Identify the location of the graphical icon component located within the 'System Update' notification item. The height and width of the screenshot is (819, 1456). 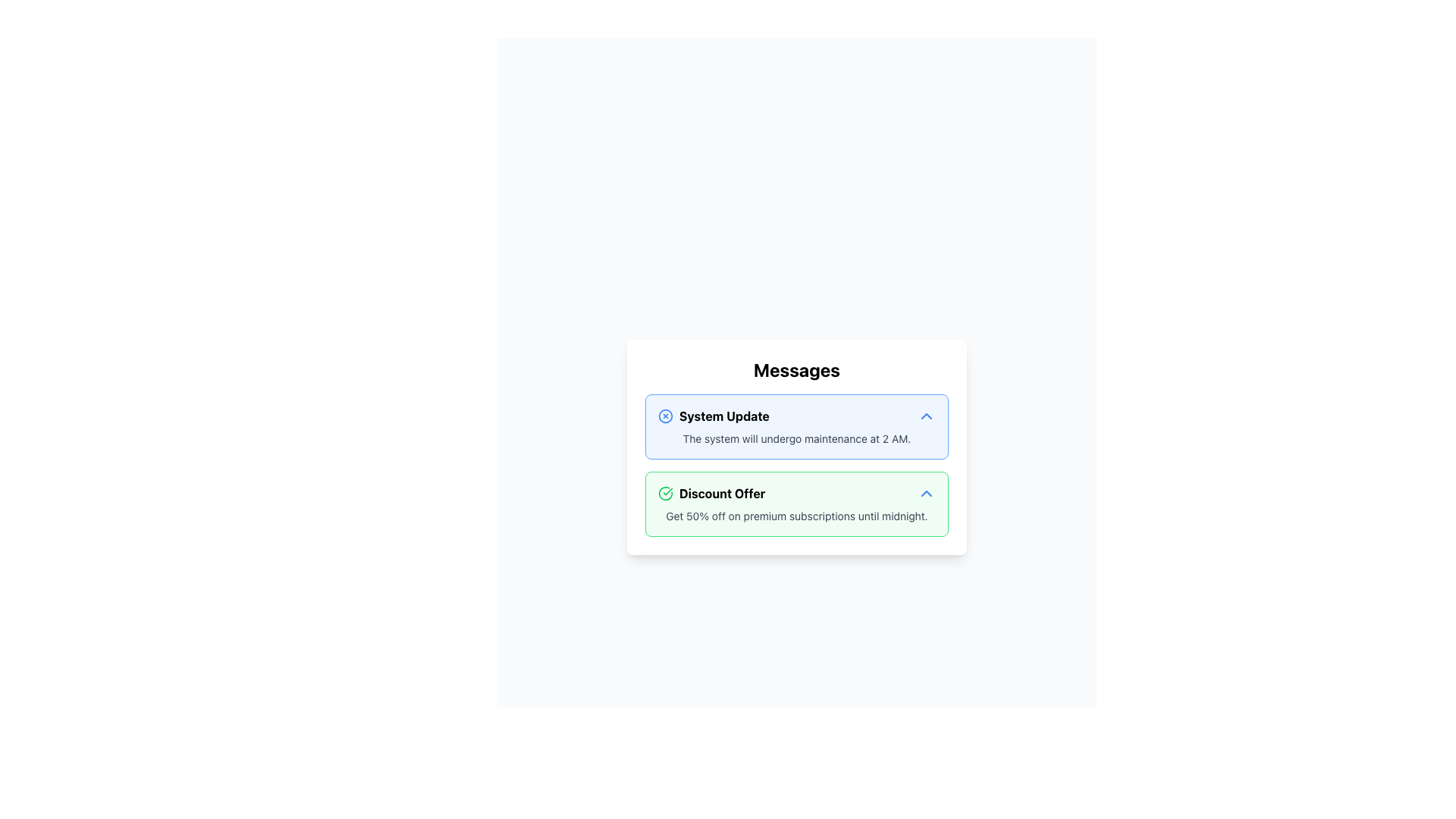
(666, 416).